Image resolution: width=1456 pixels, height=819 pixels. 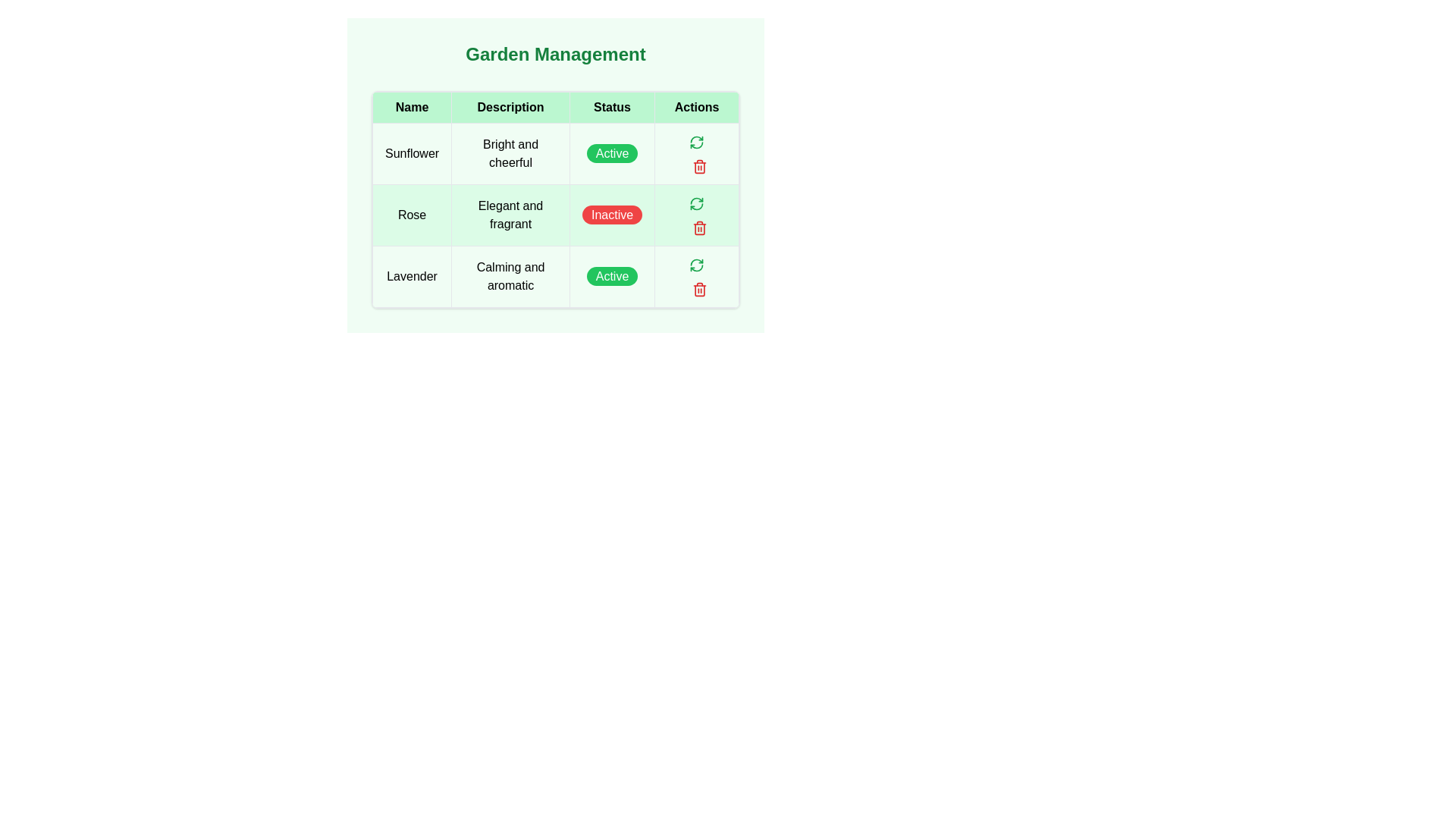 What do you see at coordinates (696, 202) in the screenshot?
I see `the green rounded button with a refresh icon located in the 'Actions' column of the table row for the 'Rose' entry` at bounding box center [696, 202].